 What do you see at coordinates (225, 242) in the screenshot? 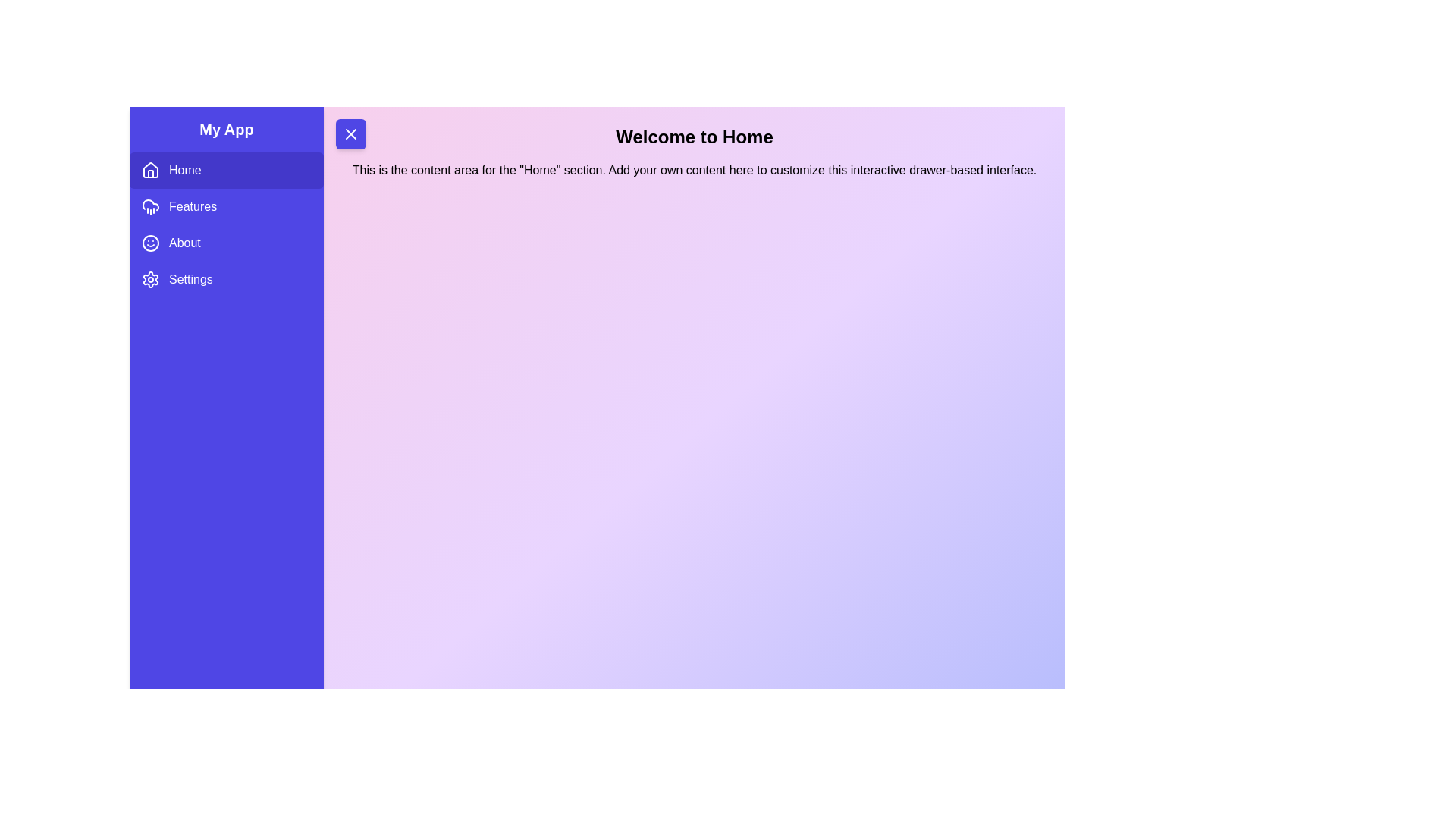
I see `the sidebar item About` at bounding box center [225, 242].